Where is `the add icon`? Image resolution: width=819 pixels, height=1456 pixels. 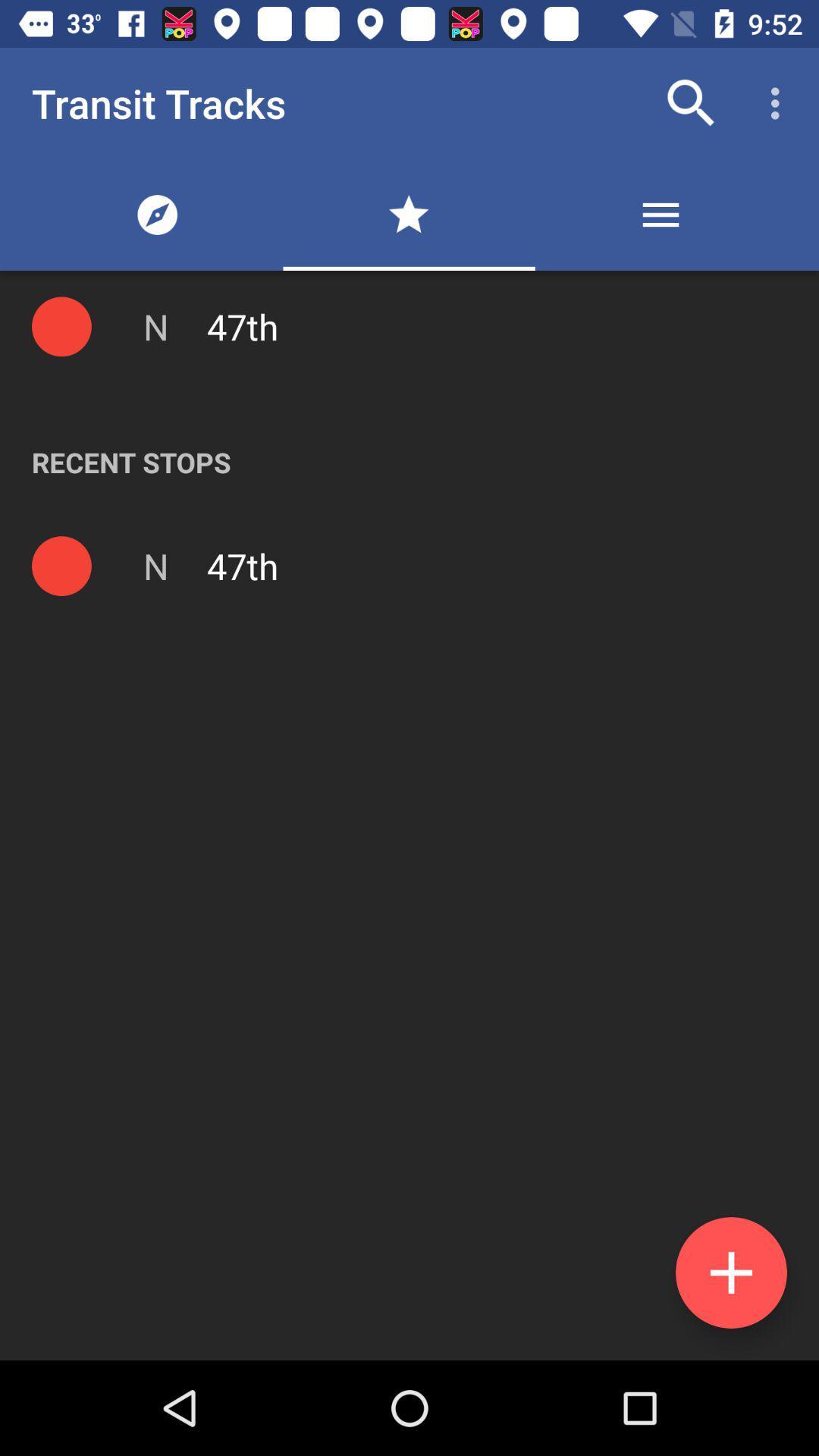 the add icon is located at coordinates (730, 1272).